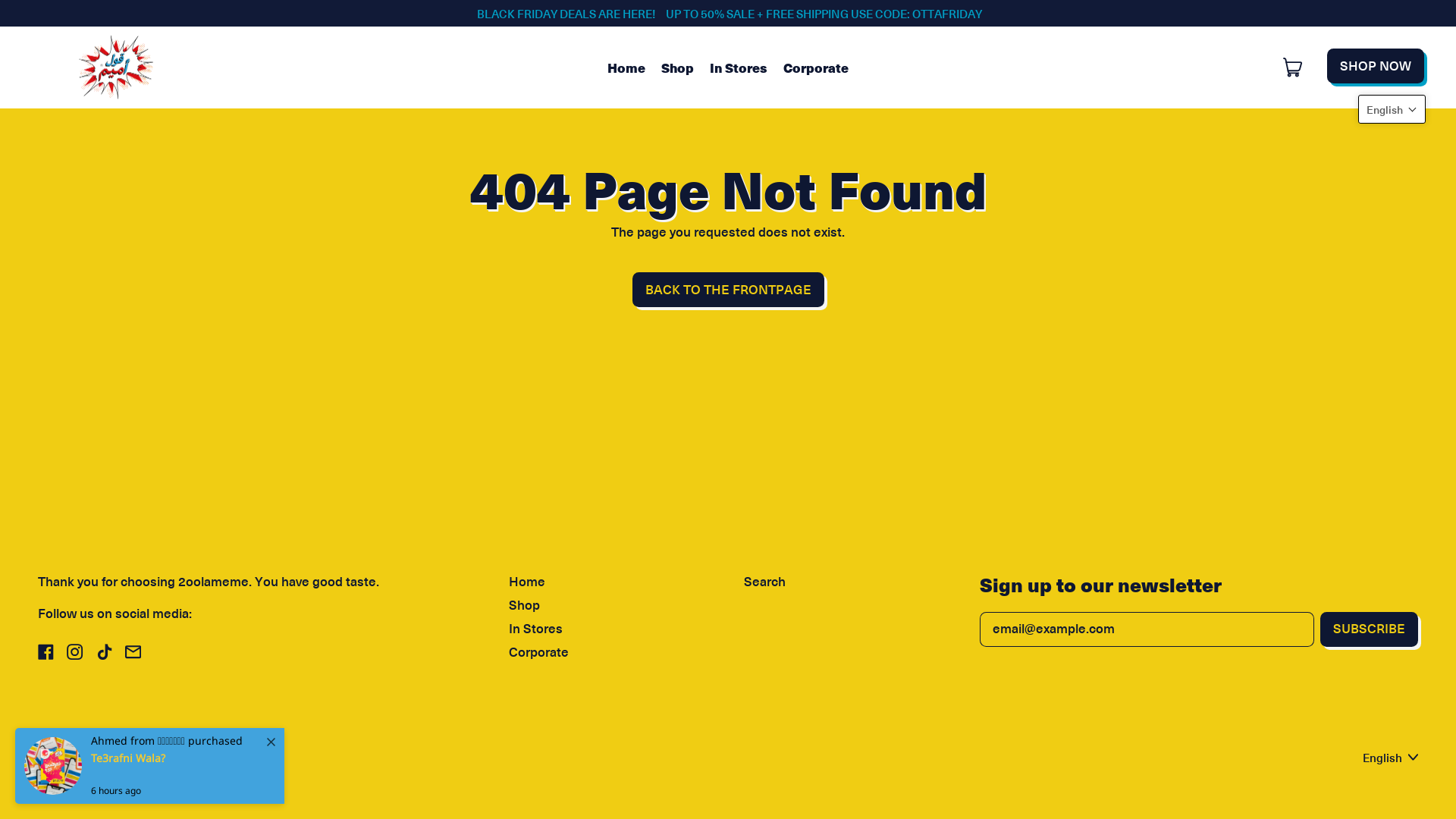 The width and height of the screenshot is (1456, 819). Describe the element at coordinates (739, 66) in the screenshot. I see `'In Stores'` at that location.